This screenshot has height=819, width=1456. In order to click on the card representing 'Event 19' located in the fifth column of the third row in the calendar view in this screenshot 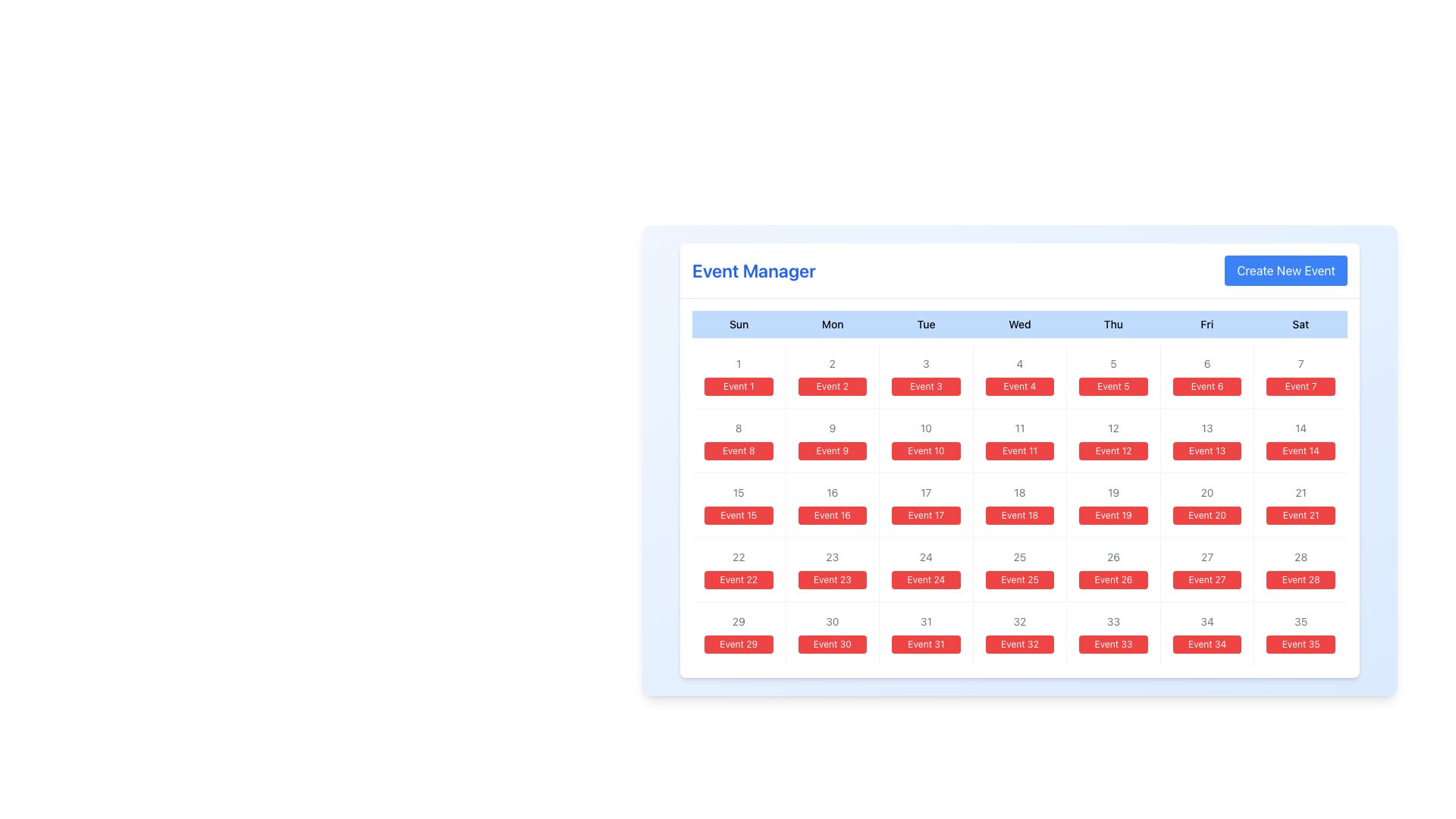, I will do `click(1113, 505)`.